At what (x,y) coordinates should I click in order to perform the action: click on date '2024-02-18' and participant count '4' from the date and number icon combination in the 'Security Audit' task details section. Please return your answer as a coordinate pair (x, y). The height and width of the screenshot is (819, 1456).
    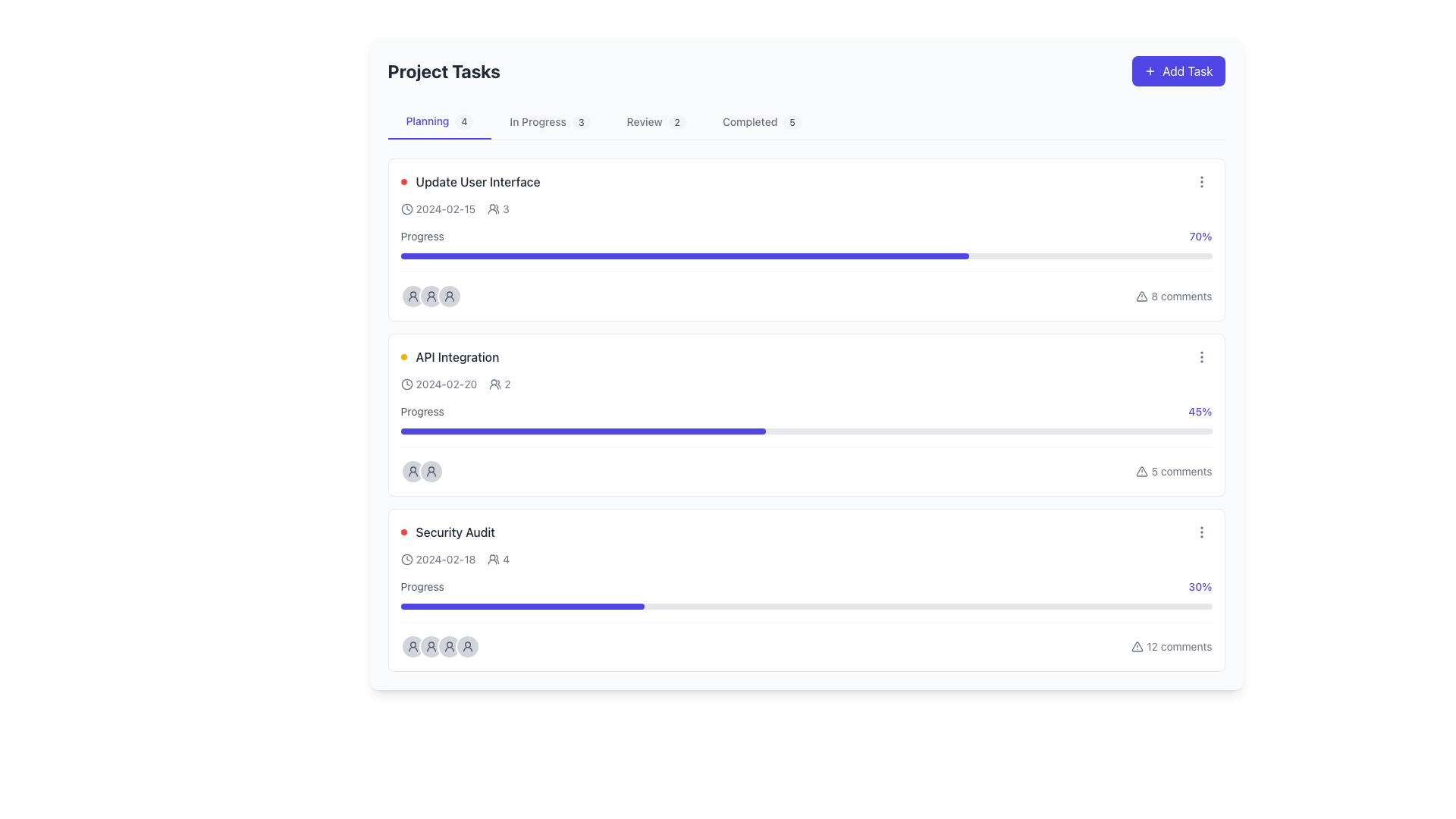
    Looking at the image, I should click on (454, 559).